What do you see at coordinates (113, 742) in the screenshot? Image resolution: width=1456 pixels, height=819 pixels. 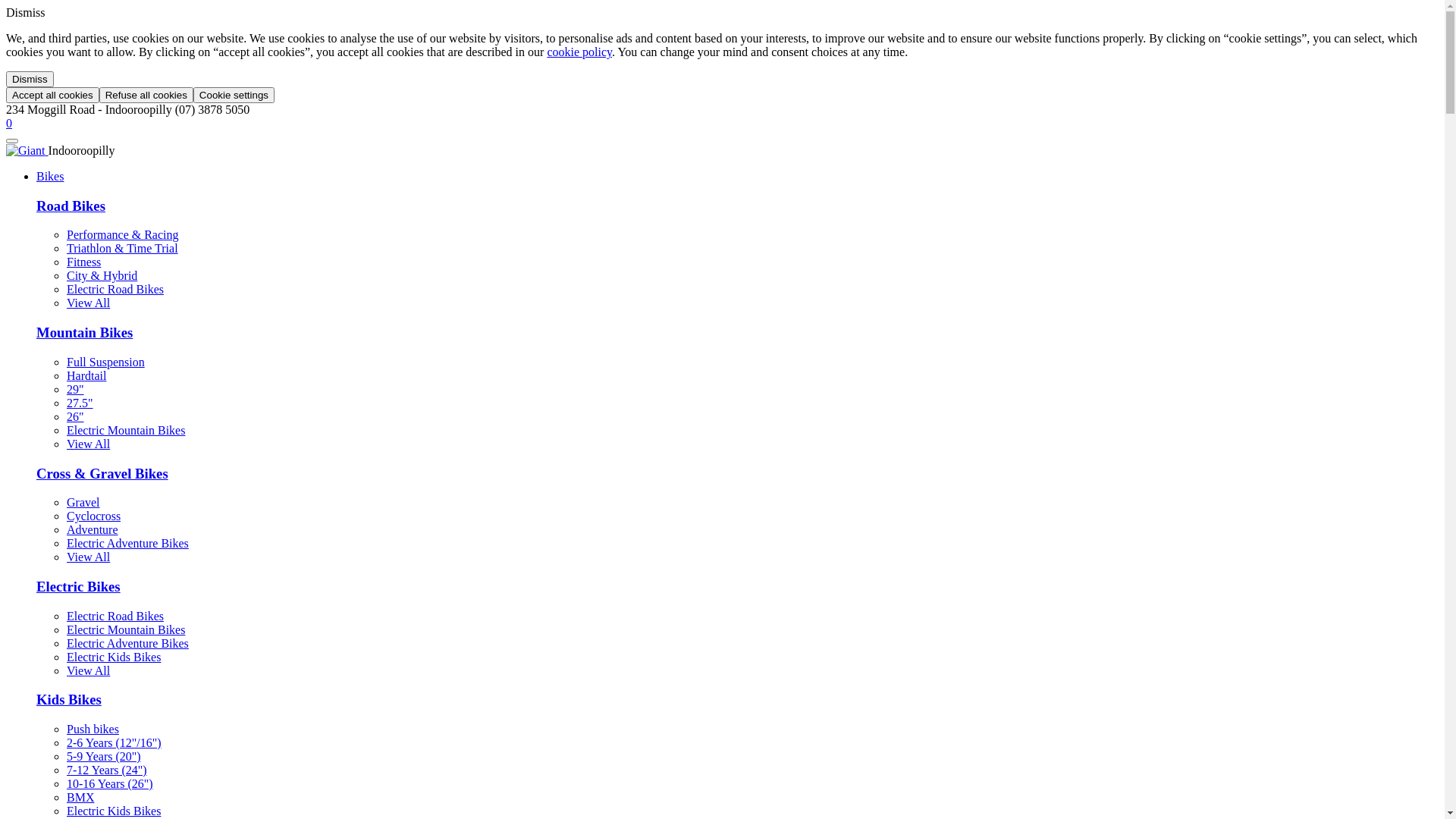 I see `'2-6 Years (12"/16")'` at bounding box center [113, 742].